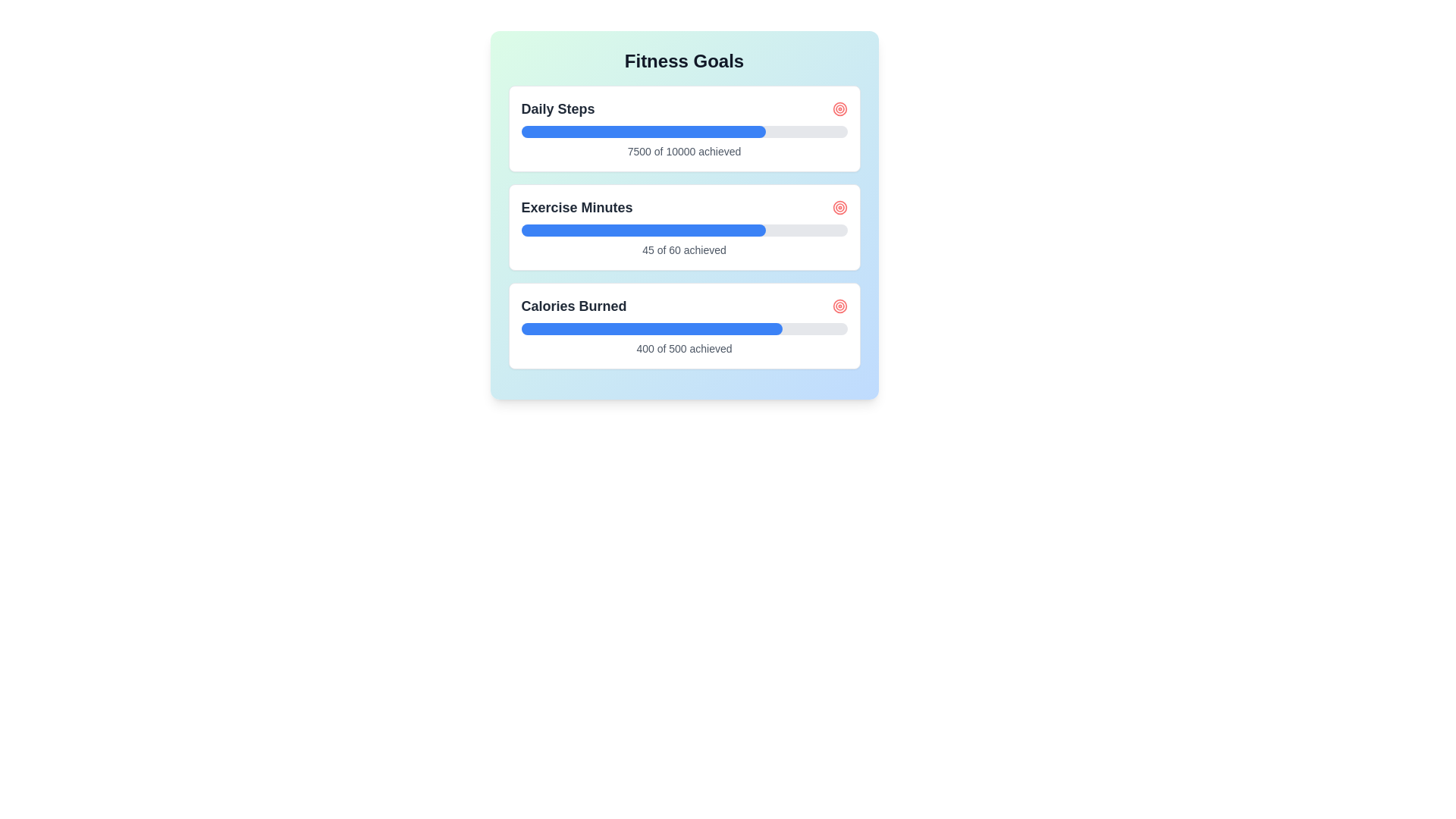 The image size is (1456, 819). I want to click on the Progress Bar visually located under the title 'Exercise Minutes' and above the text '45 of 60 achieved', so click(683, 231).